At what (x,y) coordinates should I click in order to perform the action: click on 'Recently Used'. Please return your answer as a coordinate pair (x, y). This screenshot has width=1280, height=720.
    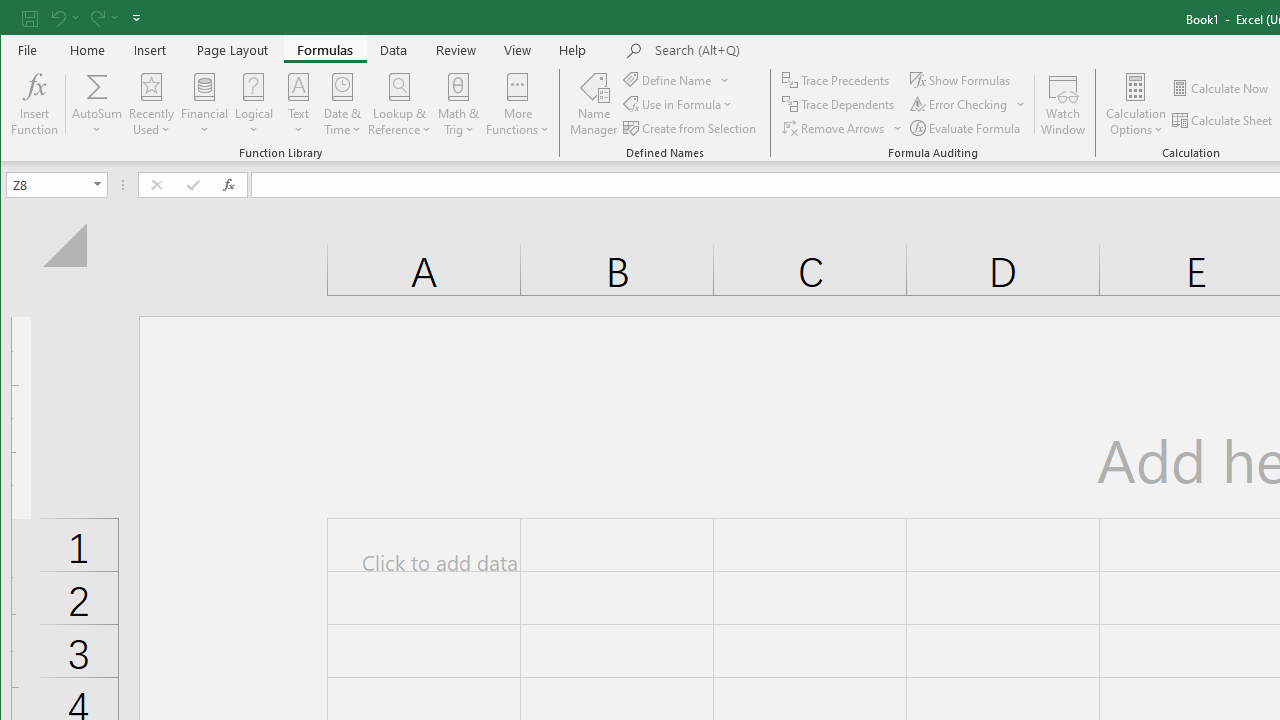
    Looking at the image, I should click on (150, 104).